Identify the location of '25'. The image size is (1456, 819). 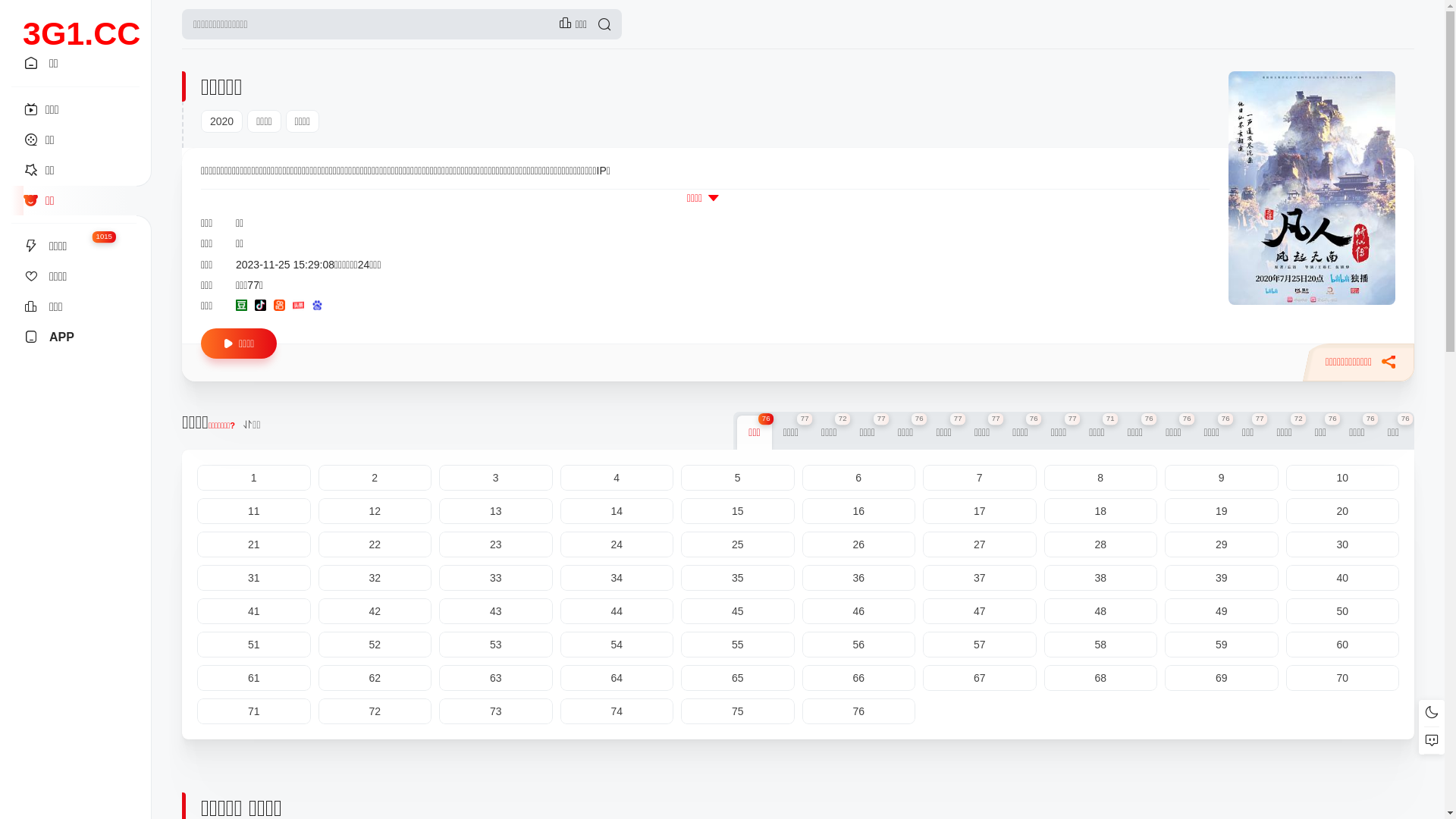
(738, 543).